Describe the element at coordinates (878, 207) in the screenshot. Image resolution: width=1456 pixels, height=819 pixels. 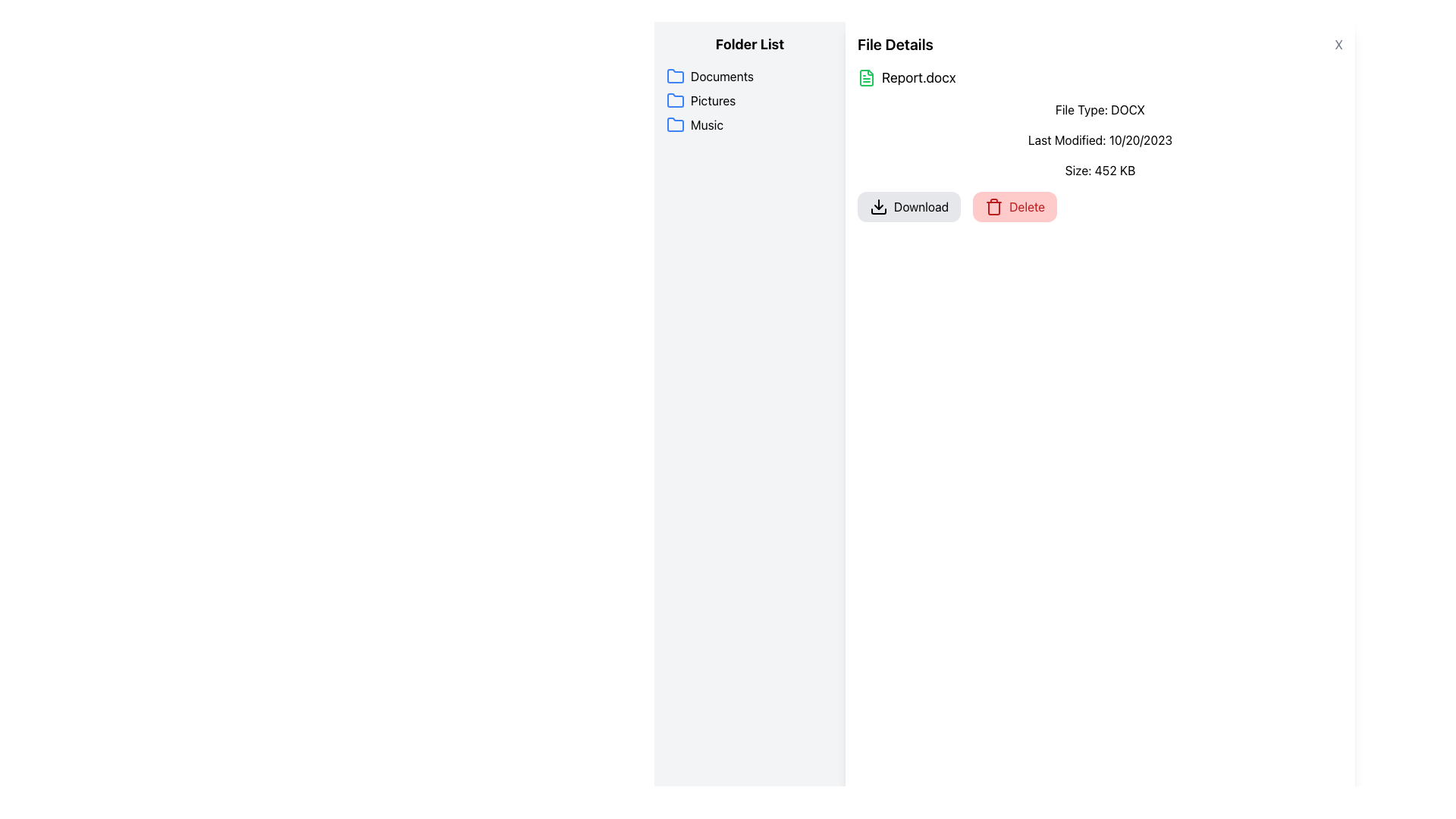
I see `the download icon, which is a downward arrow symbolizing a download action, located inside the 'Download' button` at that location.